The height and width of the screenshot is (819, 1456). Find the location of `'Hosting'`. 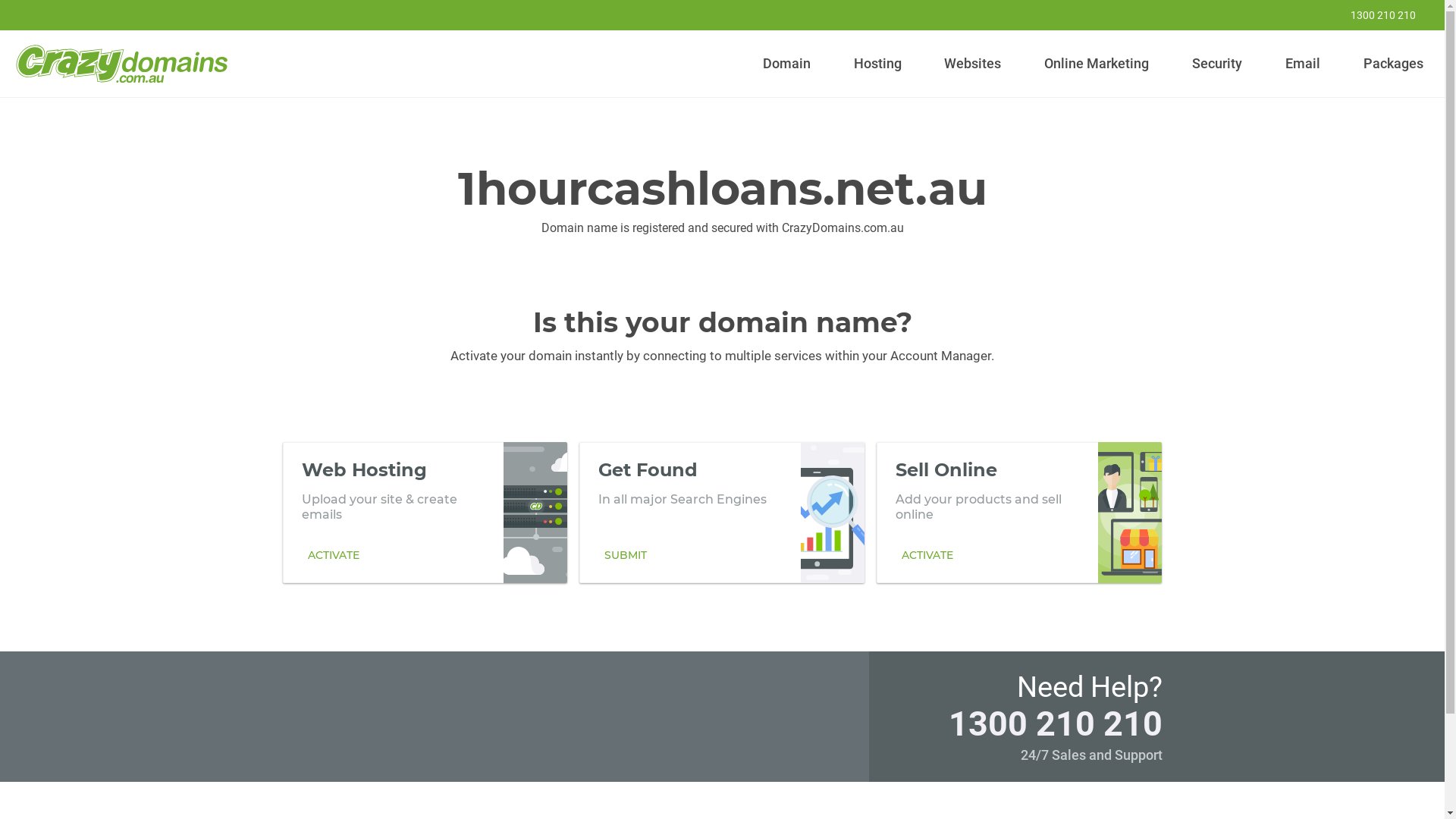

'Hosting' is located at coordinates (877, 63).